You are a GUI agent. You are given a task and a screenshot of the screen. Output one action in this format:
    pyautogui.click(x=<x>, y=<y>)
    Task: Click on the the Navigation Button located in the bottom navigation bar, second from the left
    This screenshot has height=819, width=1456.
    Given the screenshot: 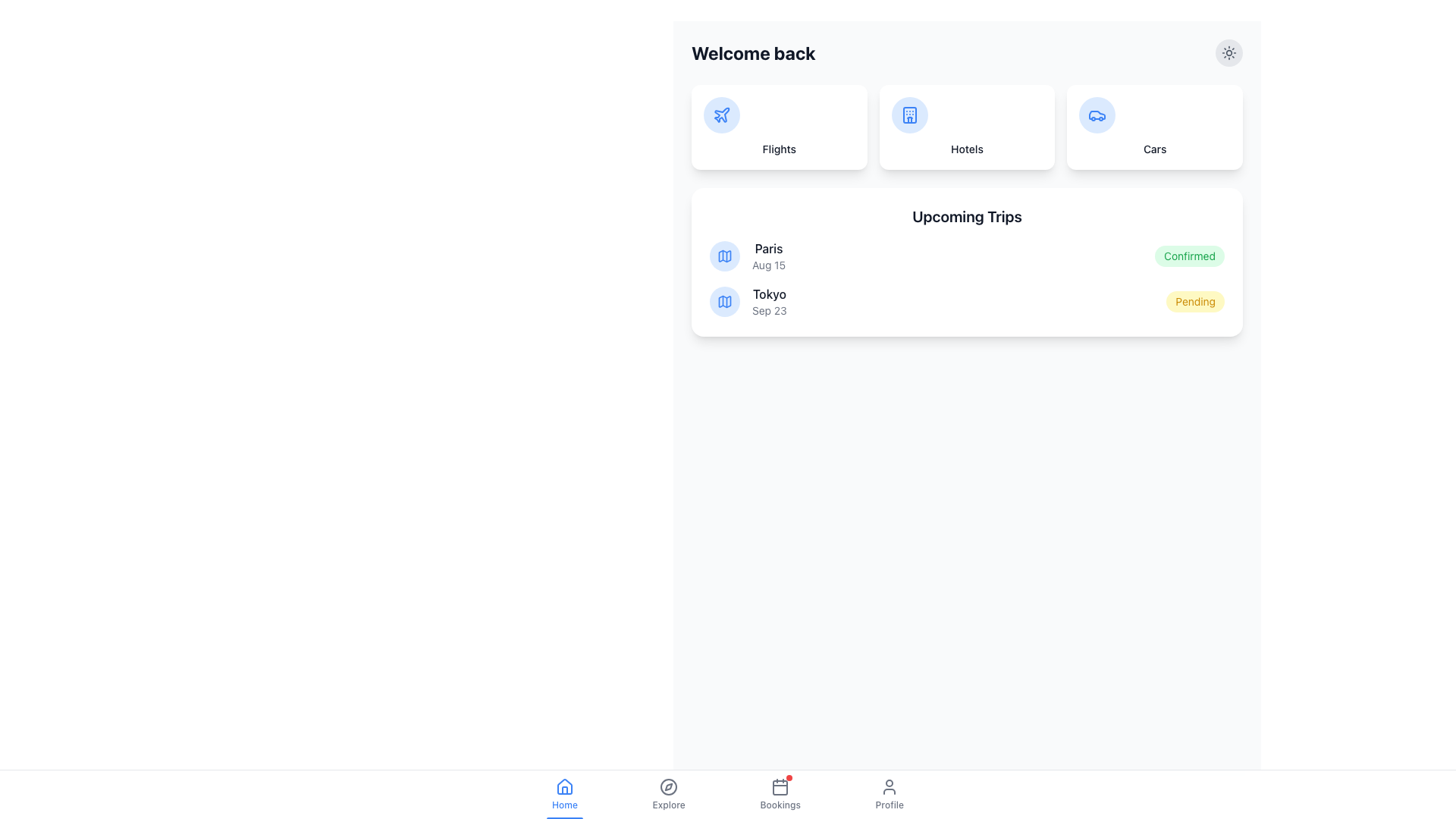 What is the action you would take?
    pyautogui.click(x=668, y=794)
    